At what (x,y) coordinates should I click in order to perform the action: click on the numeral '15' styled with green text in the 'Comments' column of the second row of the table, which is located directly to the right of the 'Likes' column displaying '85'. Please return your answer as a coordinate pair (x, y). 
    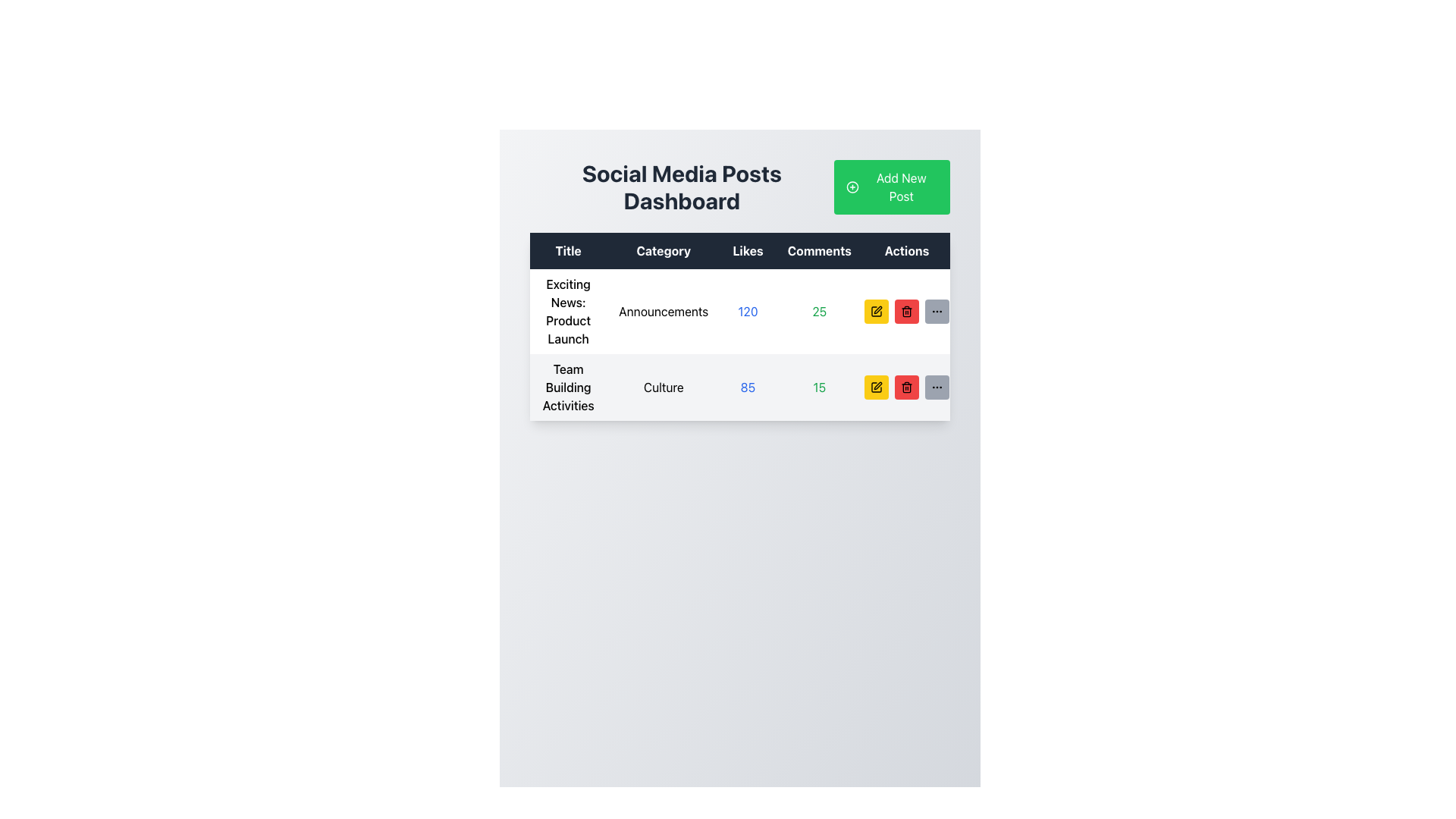
    Looking at the image, I should click on (818, 386).